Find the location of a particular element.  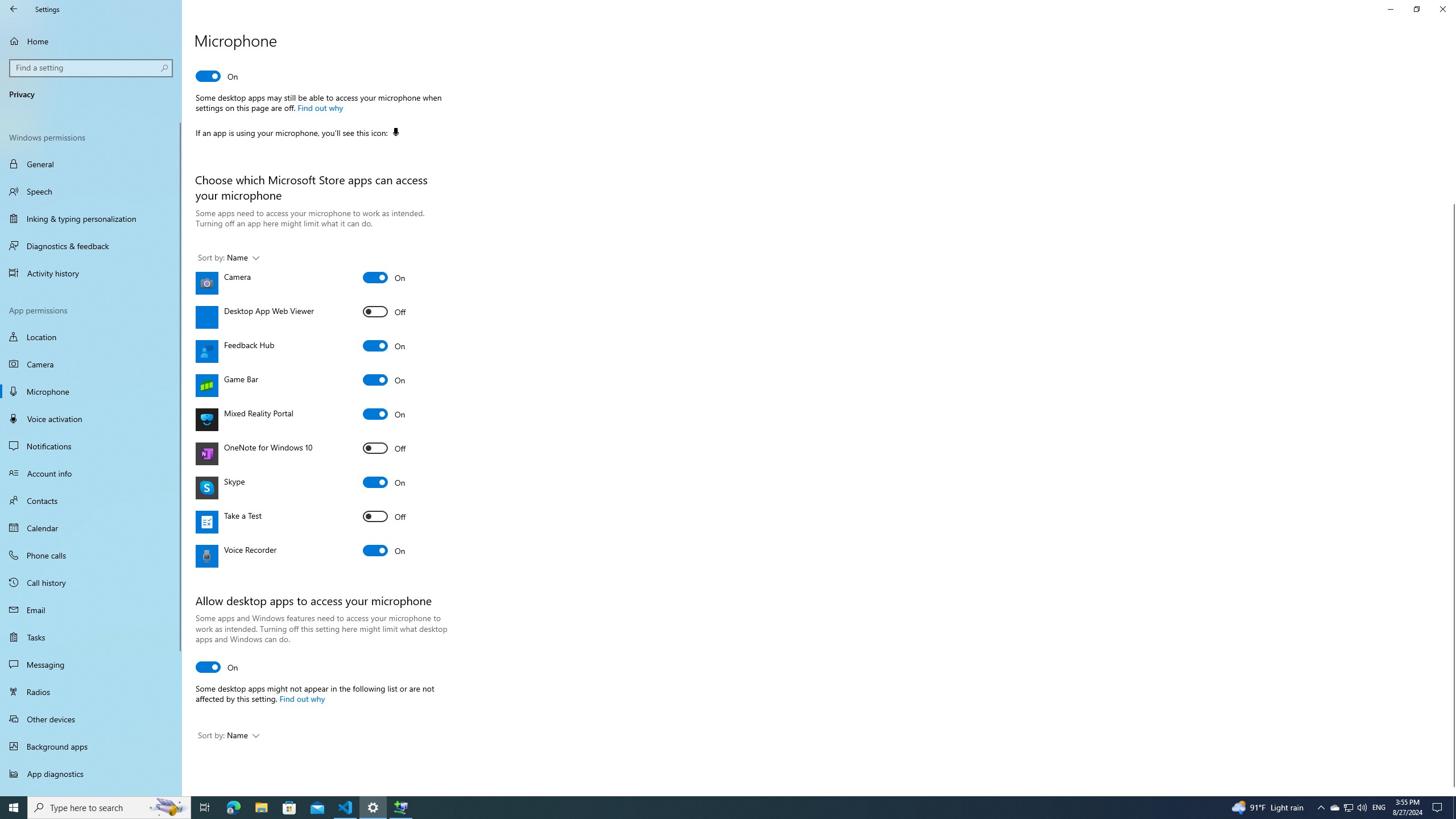

'Sort by: Name' is located at coordinates (227, 736).